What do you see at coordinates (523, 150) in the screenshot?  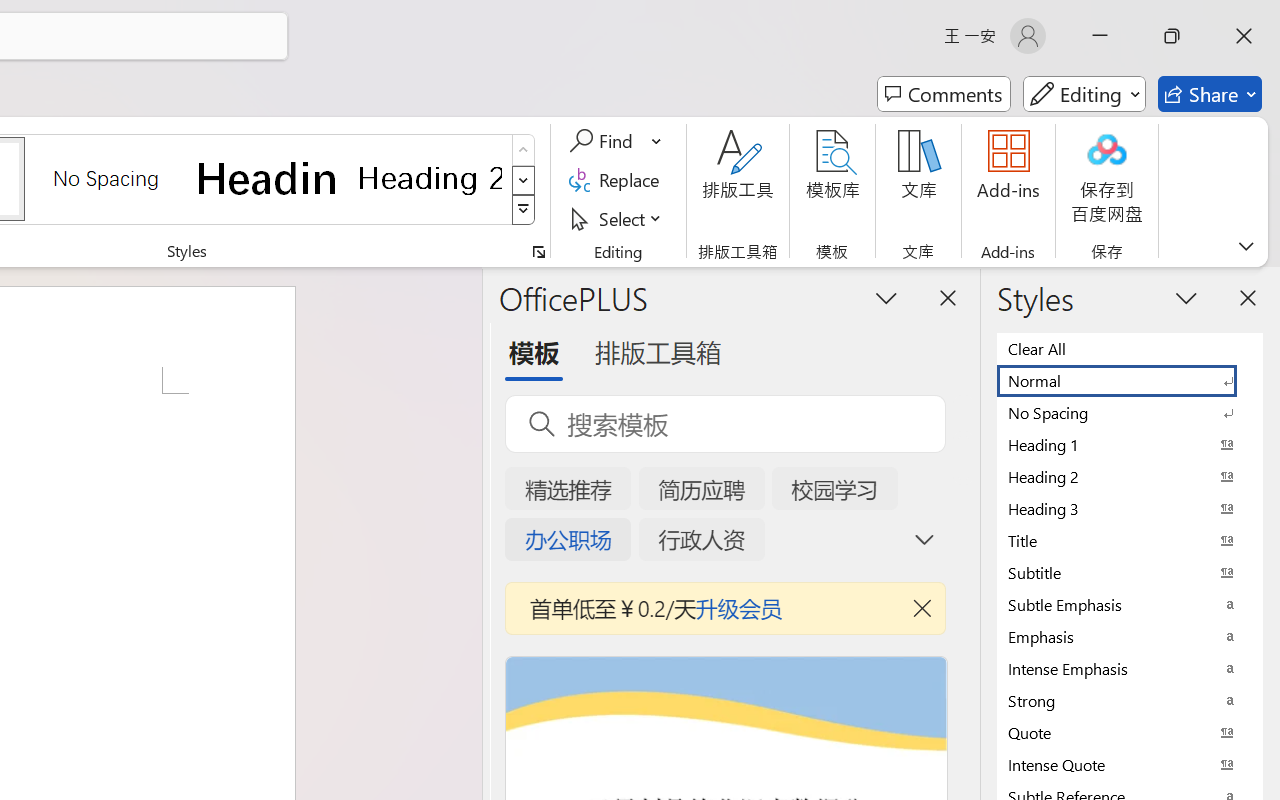 I see `'Row up'` at bounding box center [523, 150].